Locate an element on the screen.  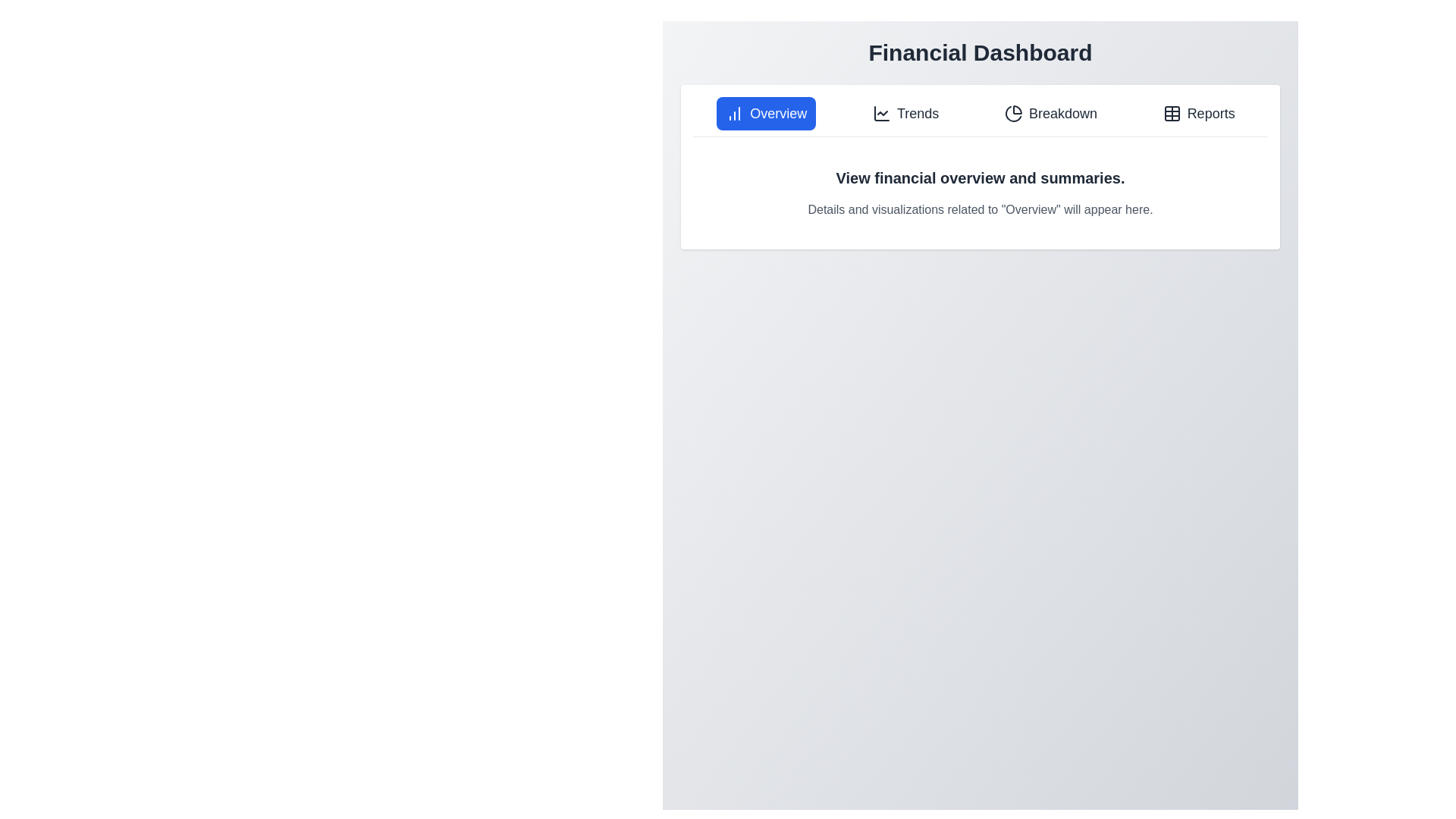
the tab labeled Breakdown is located at coordinates (1050, 113).